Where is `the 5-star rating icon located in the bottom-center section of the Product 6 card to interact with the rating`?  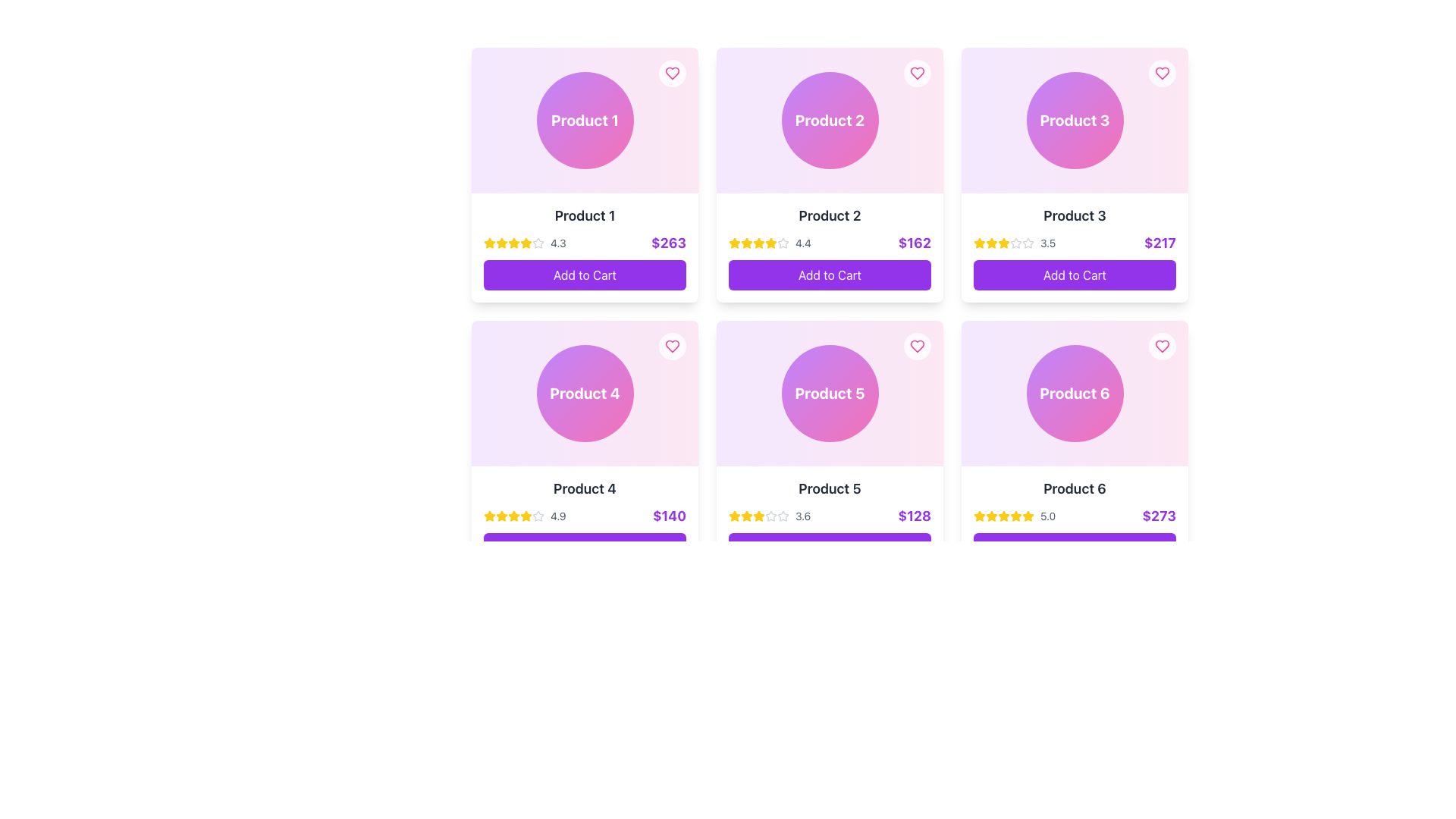
the 5-star rating icon located in the bottom-center section of the Product 6 card to interact with the rating is located at coordinates (1004, 515).